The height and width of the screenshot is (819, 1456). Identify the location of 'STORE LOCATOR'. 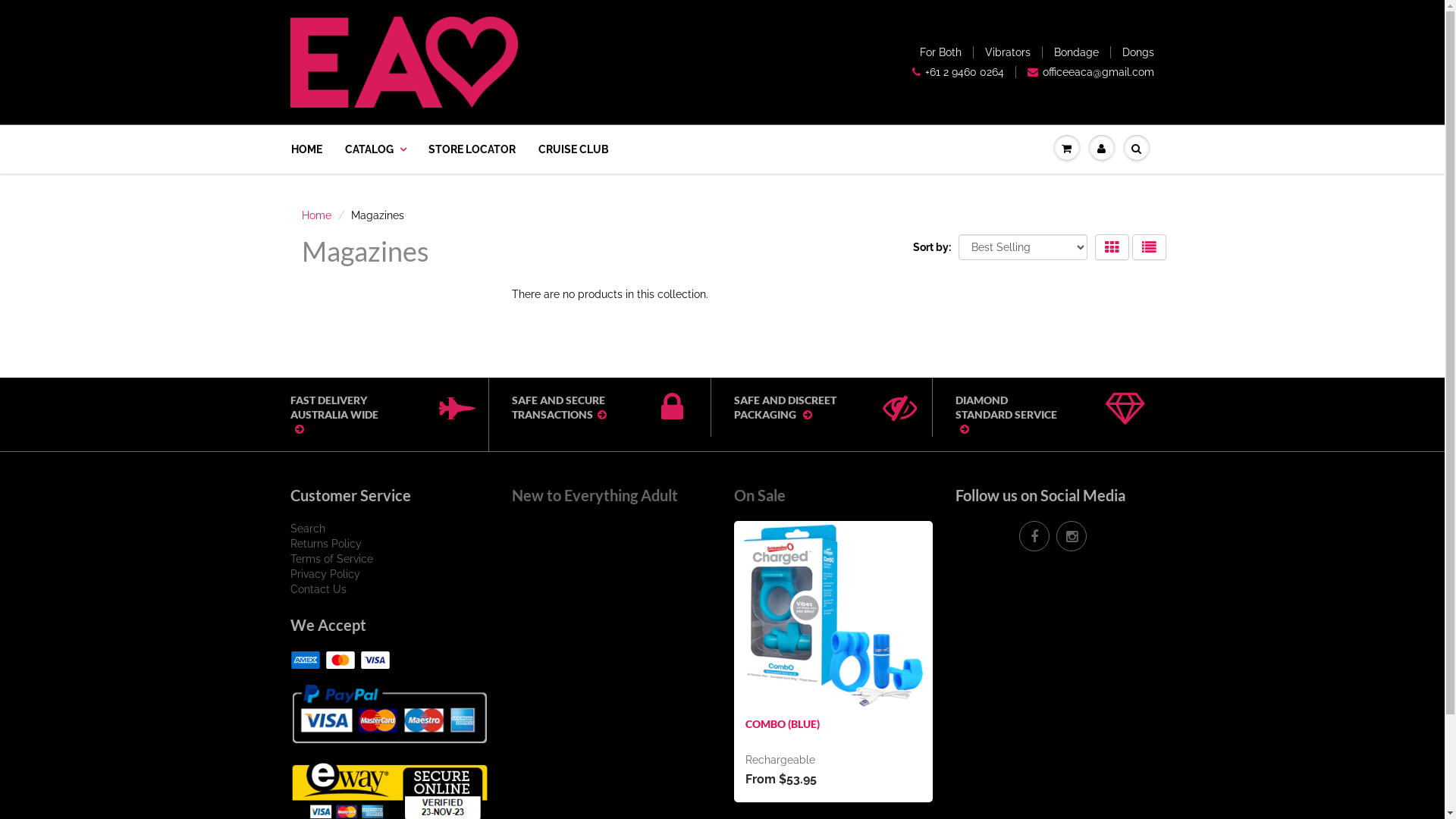
(471, 149).